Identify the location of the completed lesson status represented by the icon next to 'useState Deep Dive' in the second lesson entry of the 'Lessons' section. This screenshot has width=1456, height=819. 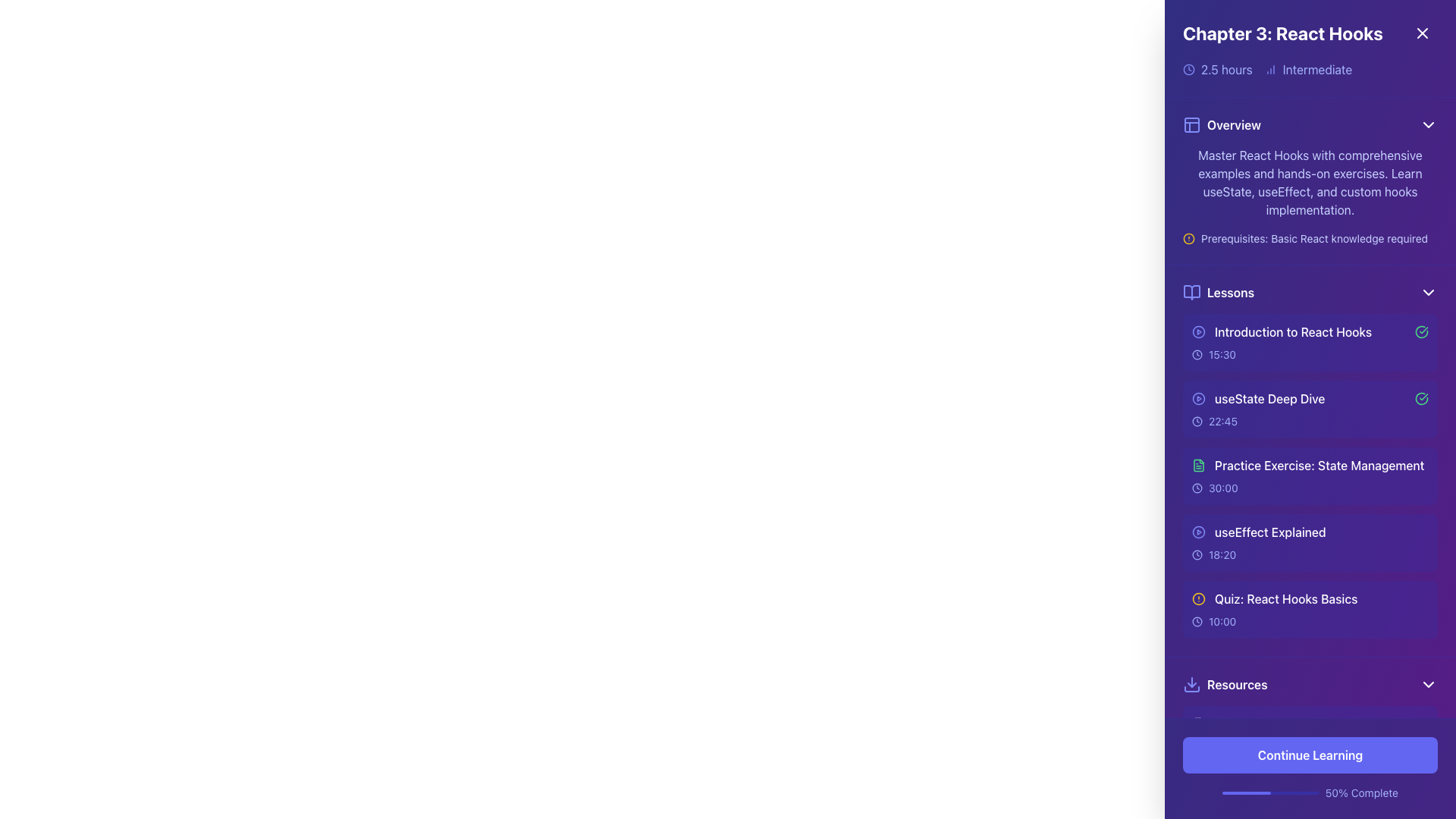
(1421, 331).